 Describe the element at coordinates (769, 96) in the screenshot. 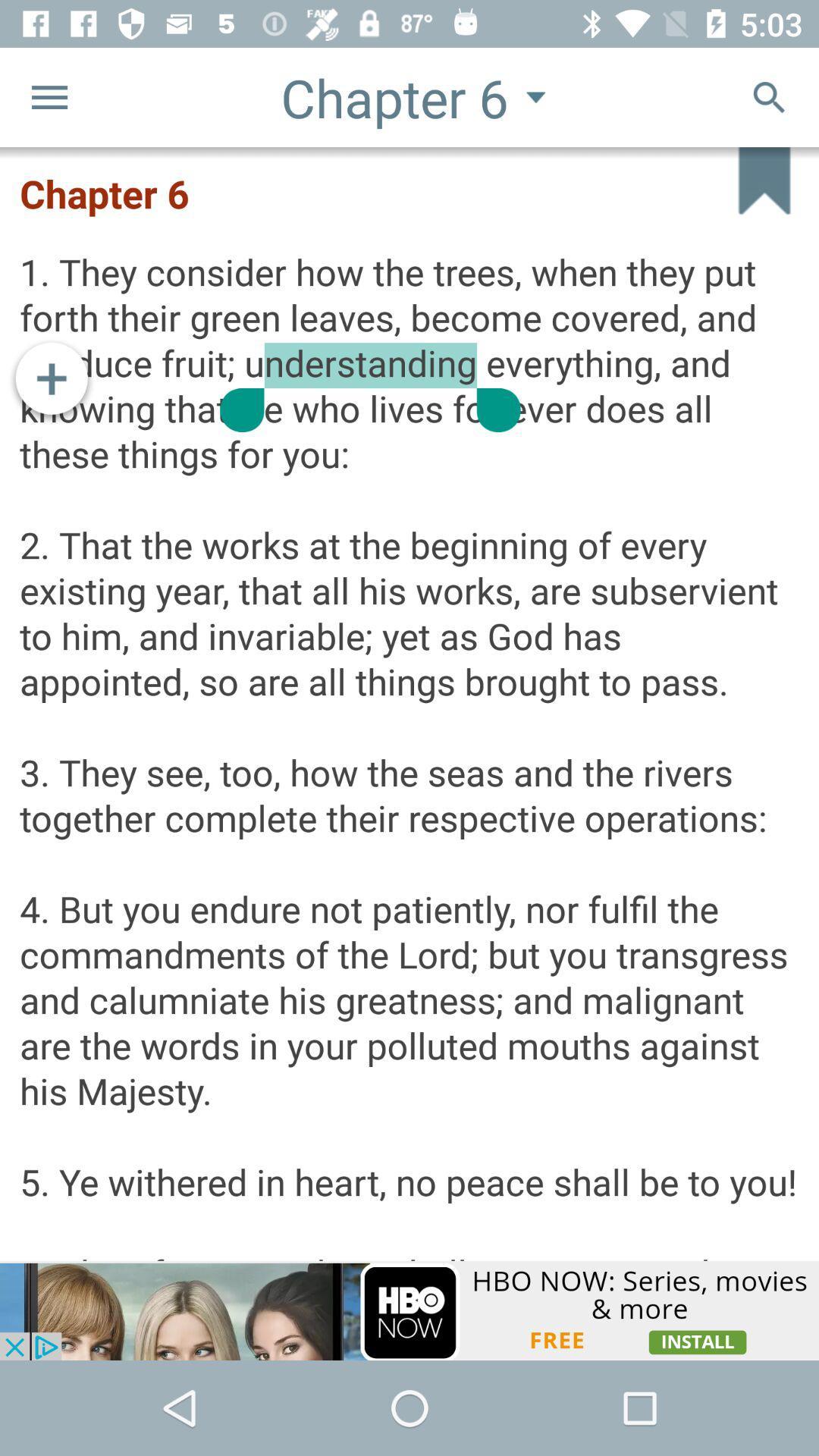

I see `the search icon` at that location.